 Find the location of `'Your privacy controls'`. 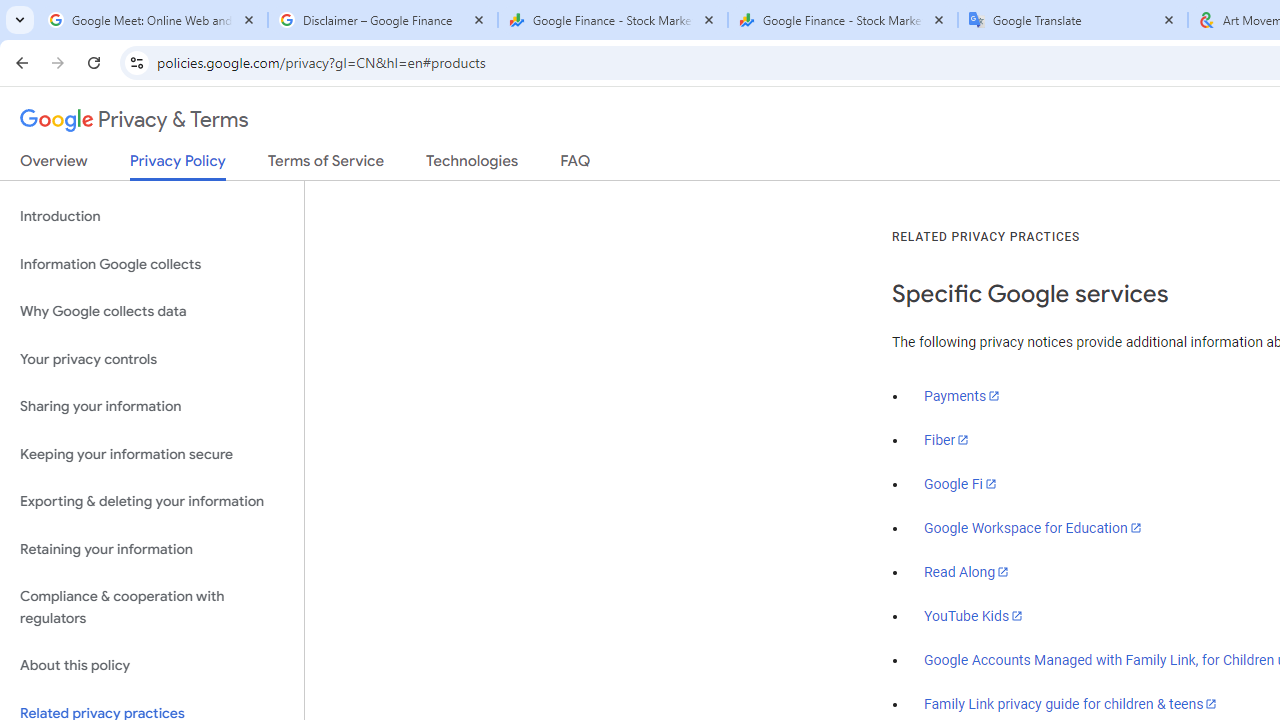

'Your privacy controls' is located at coordinates (151, 358).